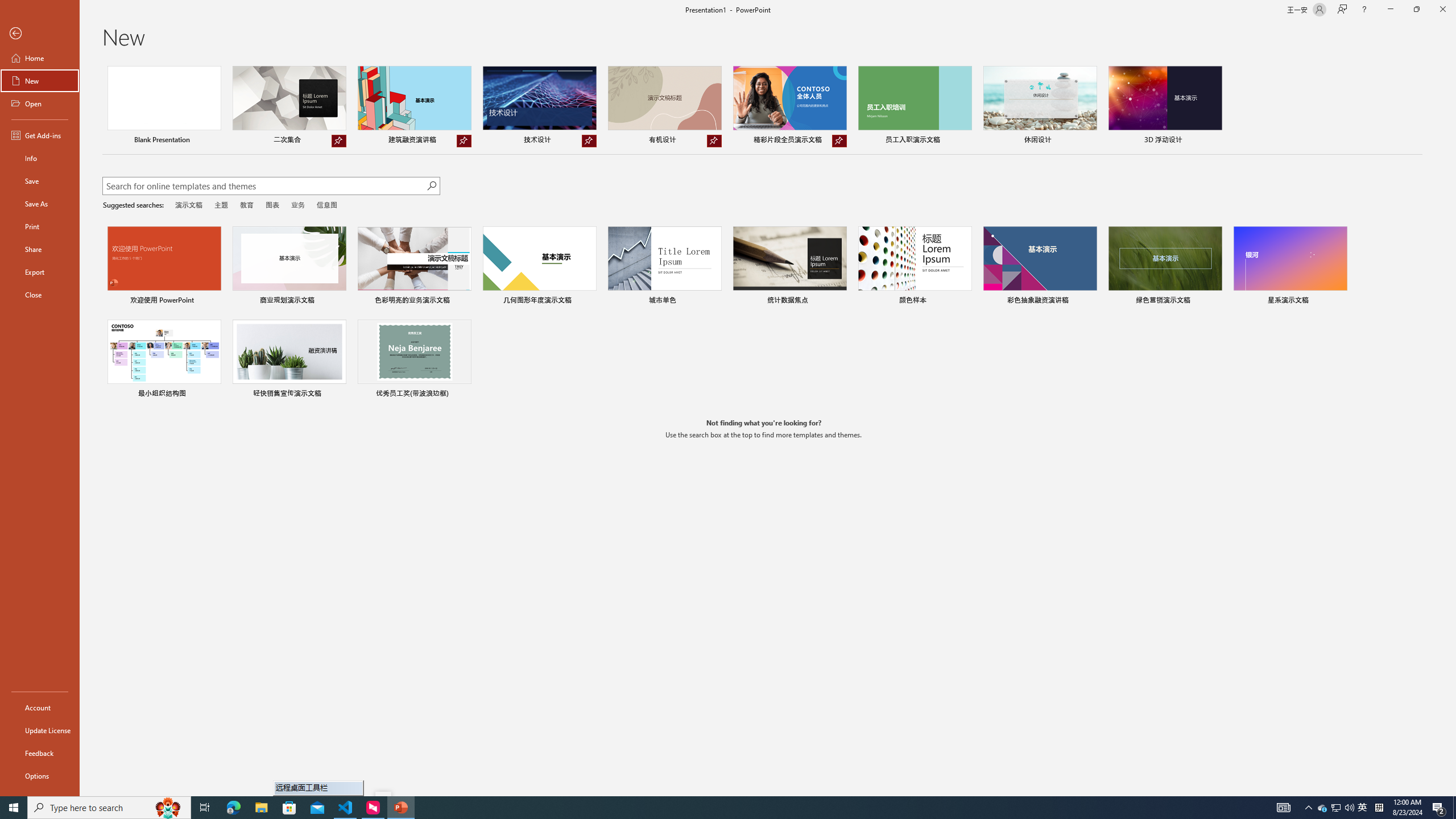 The width and height of the screenshot is (1456, 819). Describe the element at coordinates (39, 775) in the screenshot. I see `'Options'` at that location.